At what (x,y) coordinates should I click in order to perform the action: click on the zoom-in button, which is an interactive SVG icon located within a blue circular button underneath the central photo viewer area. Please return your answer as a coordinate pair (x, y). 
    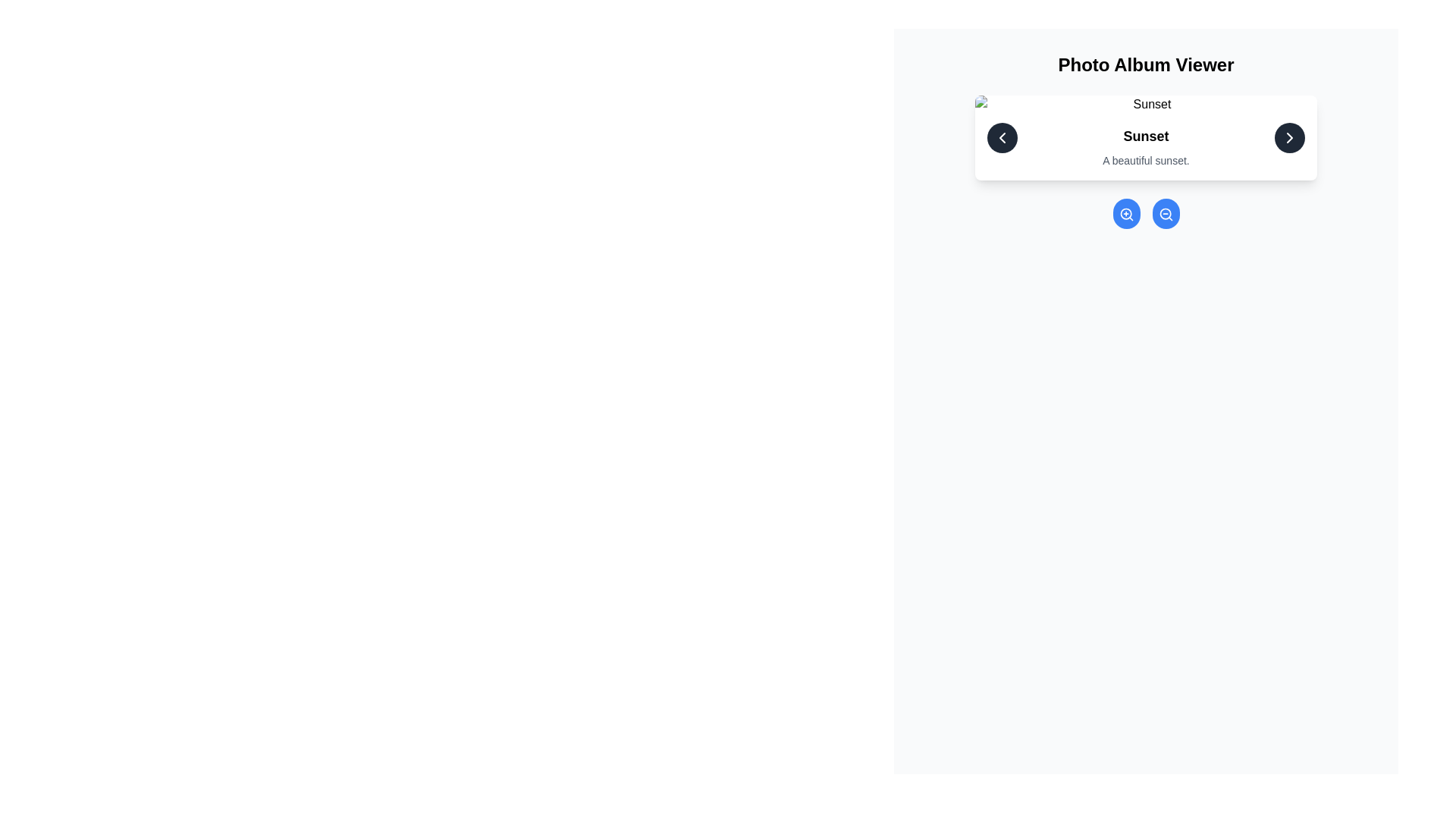
    Looking at the image, I should click on (1126, 214).